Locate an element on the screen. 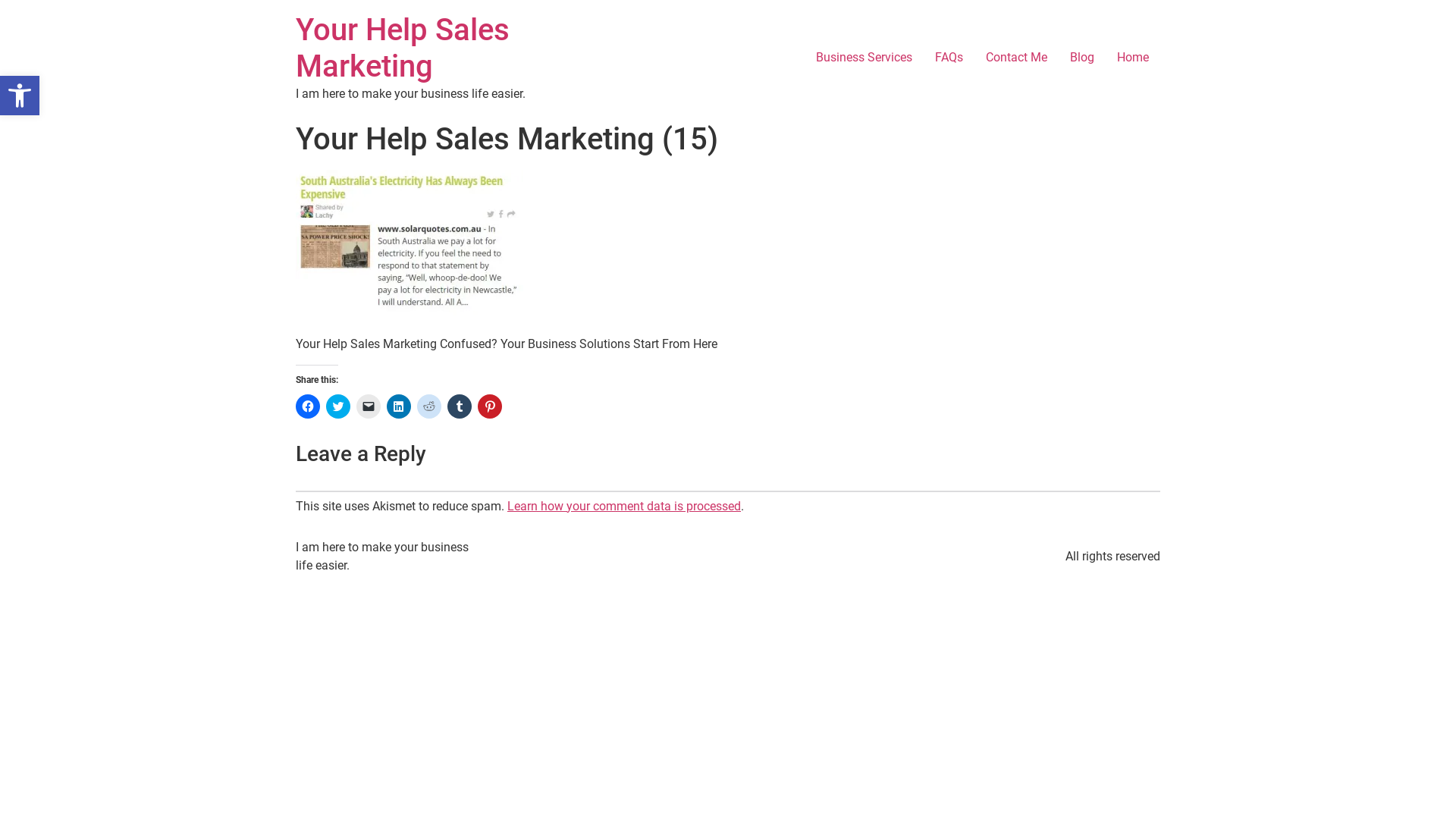 The height and width of the screenshot is (819, 1456). 'Click to share on Reddit (Opens in new window)' is located at coordinates (428, 406).